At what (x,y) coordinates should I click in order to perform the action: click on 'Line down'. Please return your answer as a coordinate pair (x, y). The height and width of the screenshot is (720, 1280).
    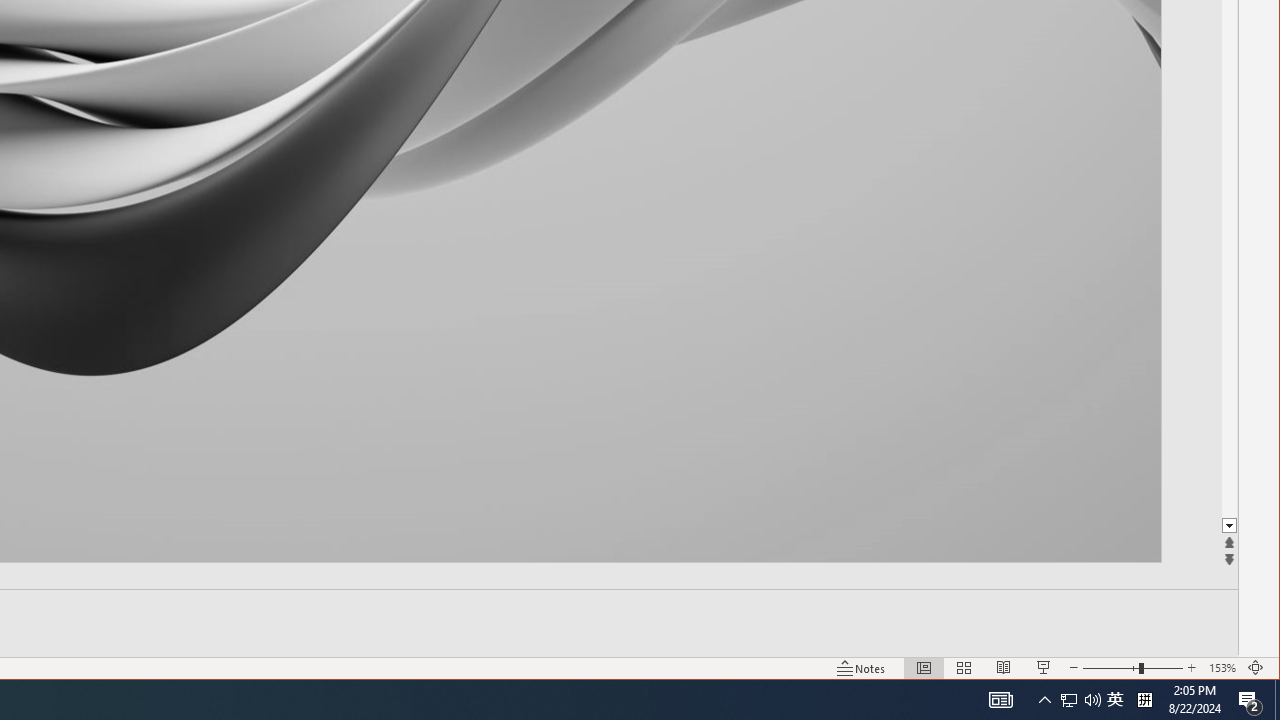
    Looking at the image, I should click on (1228, 525).